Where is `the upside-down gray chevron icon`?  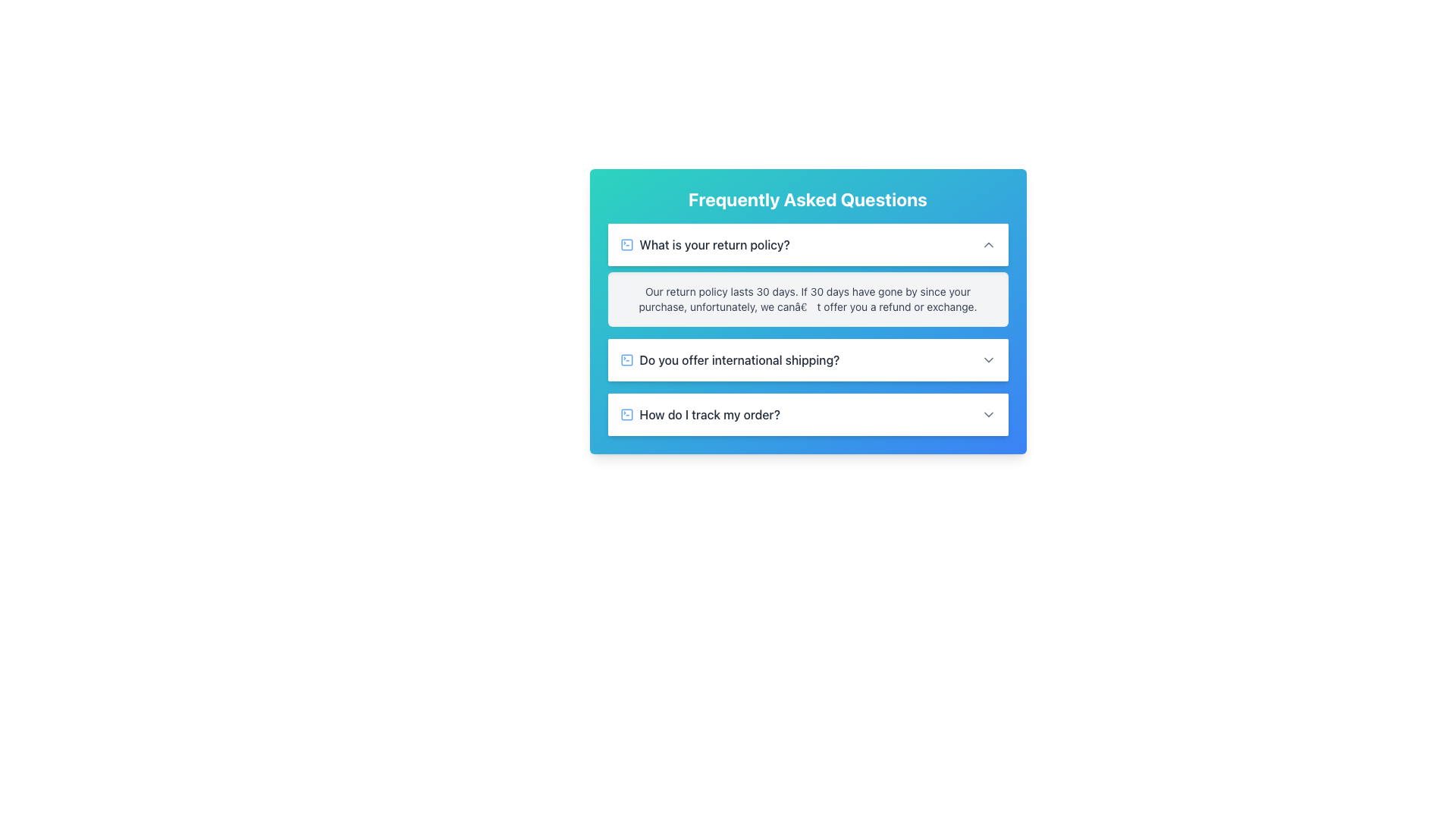 the upside-down gray chevron icon is located at coordinates (988, 415).